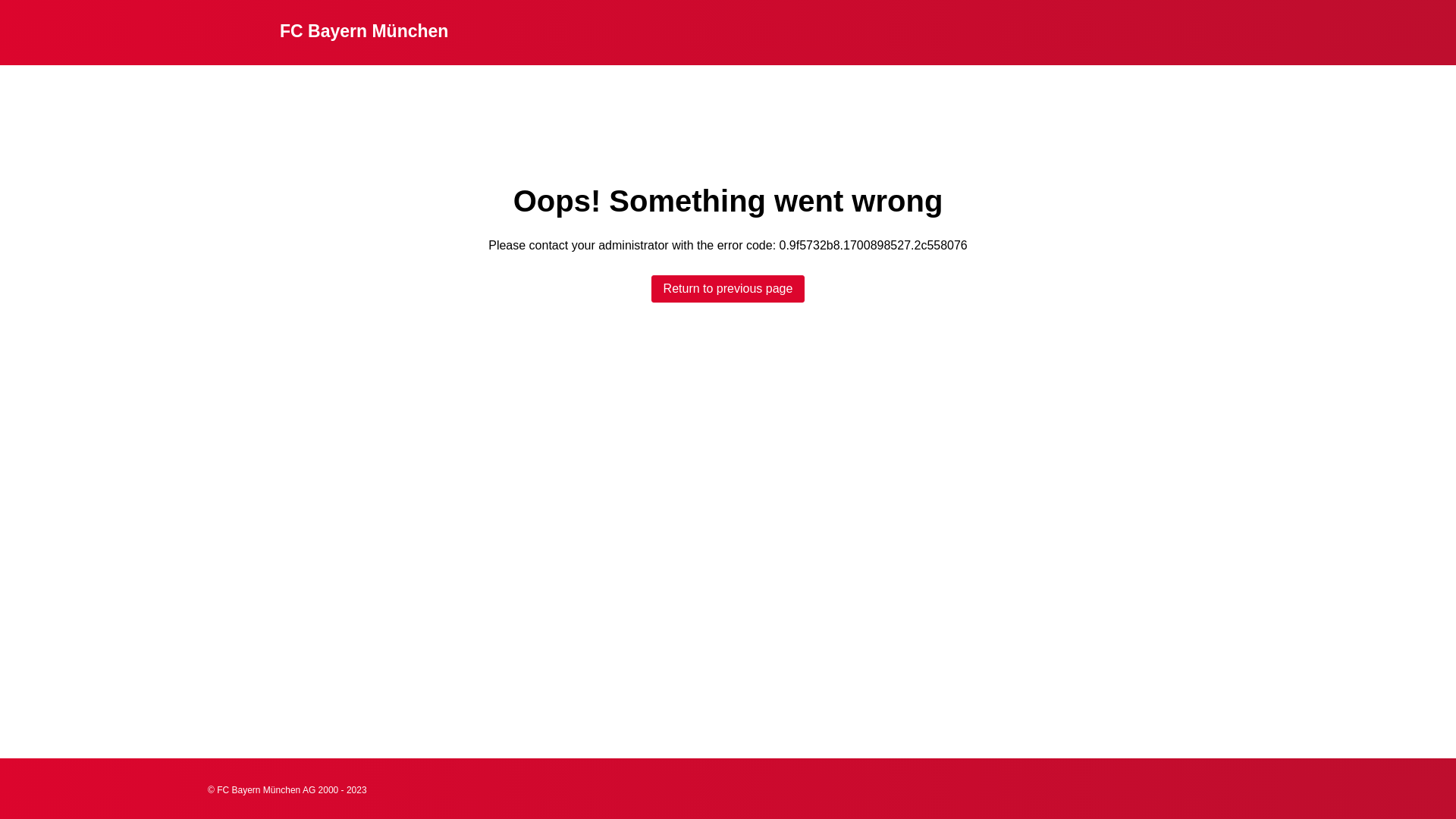 The height and width of the screenshot is (819, 1456). Describe the element at coordinates (651, 289) in the screenshot. I see `'Return to previous page'` at that location.